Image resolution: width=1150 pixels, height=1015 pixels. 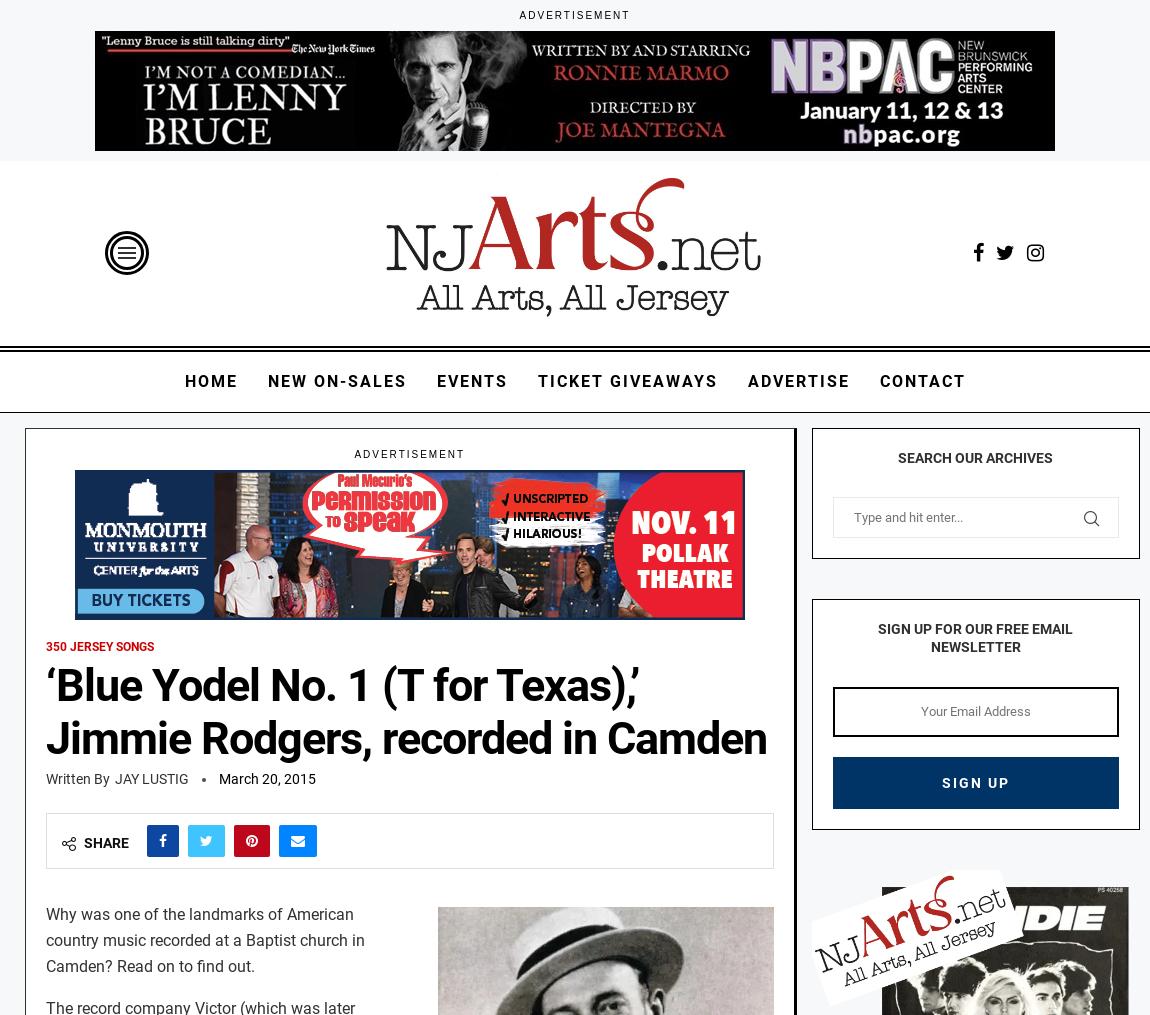 What do you see at coordinates (250, 890) in the screenshot?
I see `'Pinterest'` at bounding box center [250, 890].